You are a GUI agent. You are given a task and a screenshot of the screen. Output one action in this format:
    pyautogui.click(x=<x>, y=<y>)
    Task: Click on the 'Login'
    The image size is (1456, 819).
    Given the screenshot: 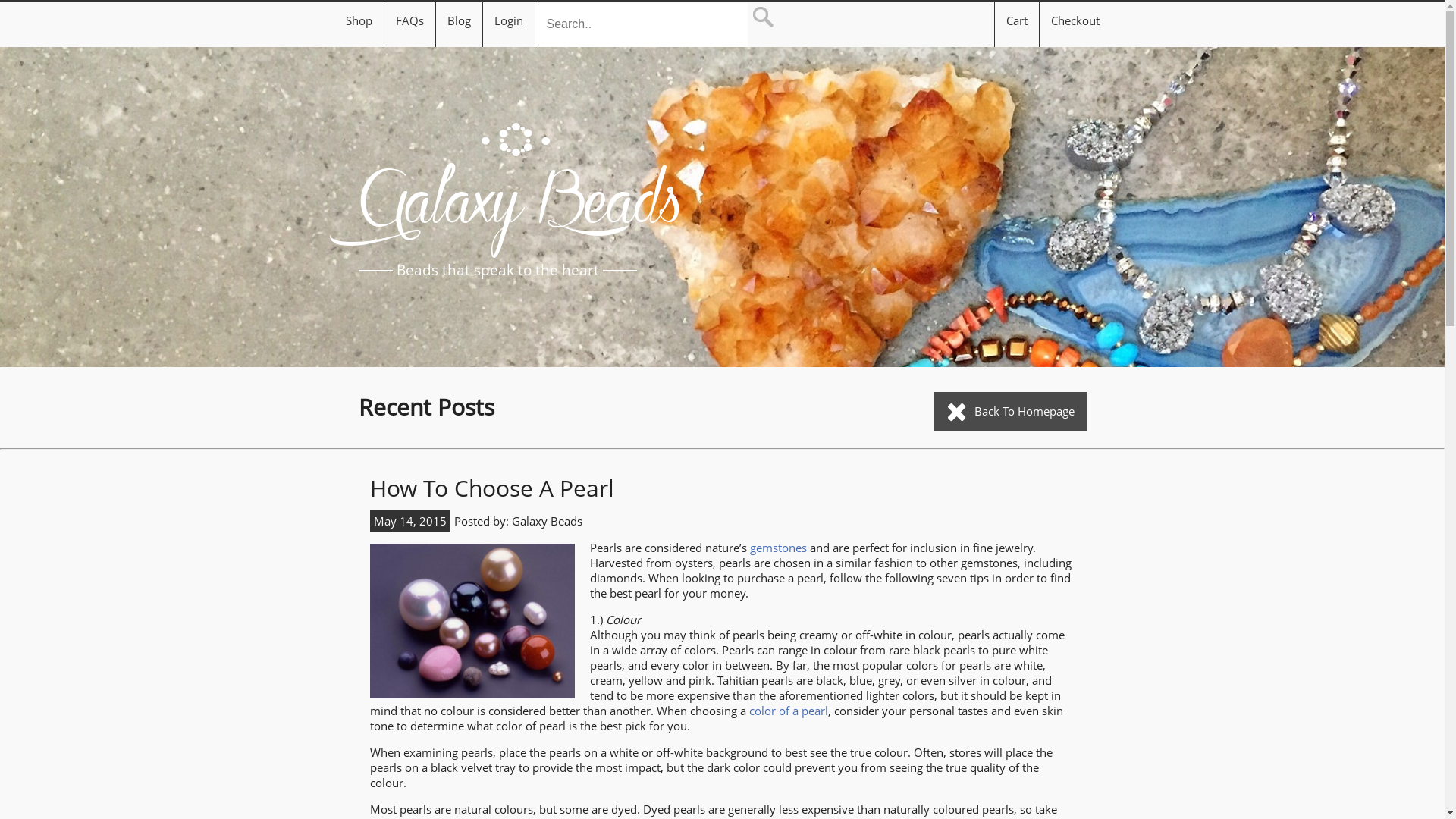 What is the action you would take?
    pyautogui.click(x=509, y=20)
    